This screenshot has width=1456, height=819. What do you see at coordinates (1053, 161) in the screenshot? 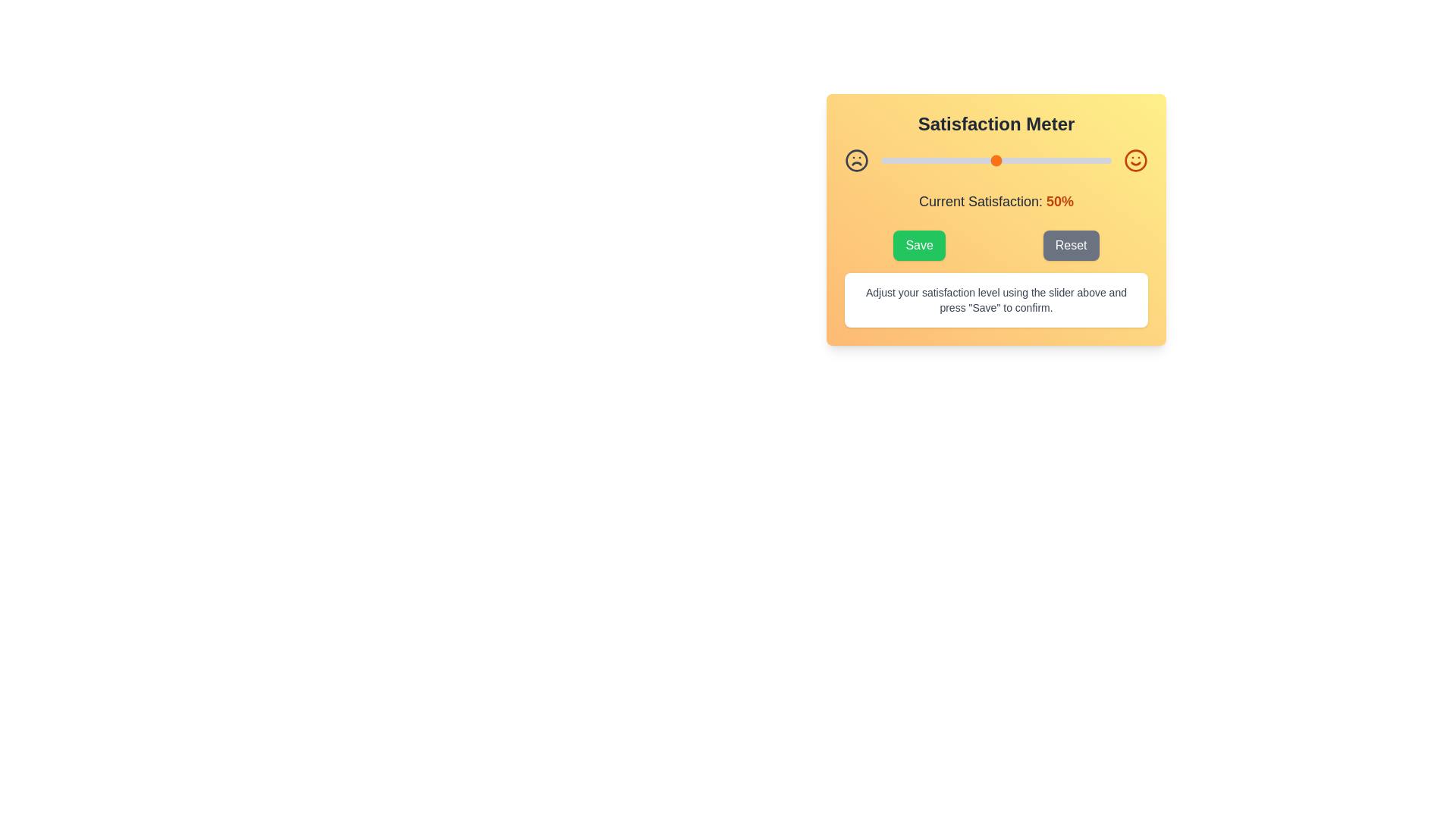
I see `the slider to 75% satisfaction` at bounding box center [1053, 161].